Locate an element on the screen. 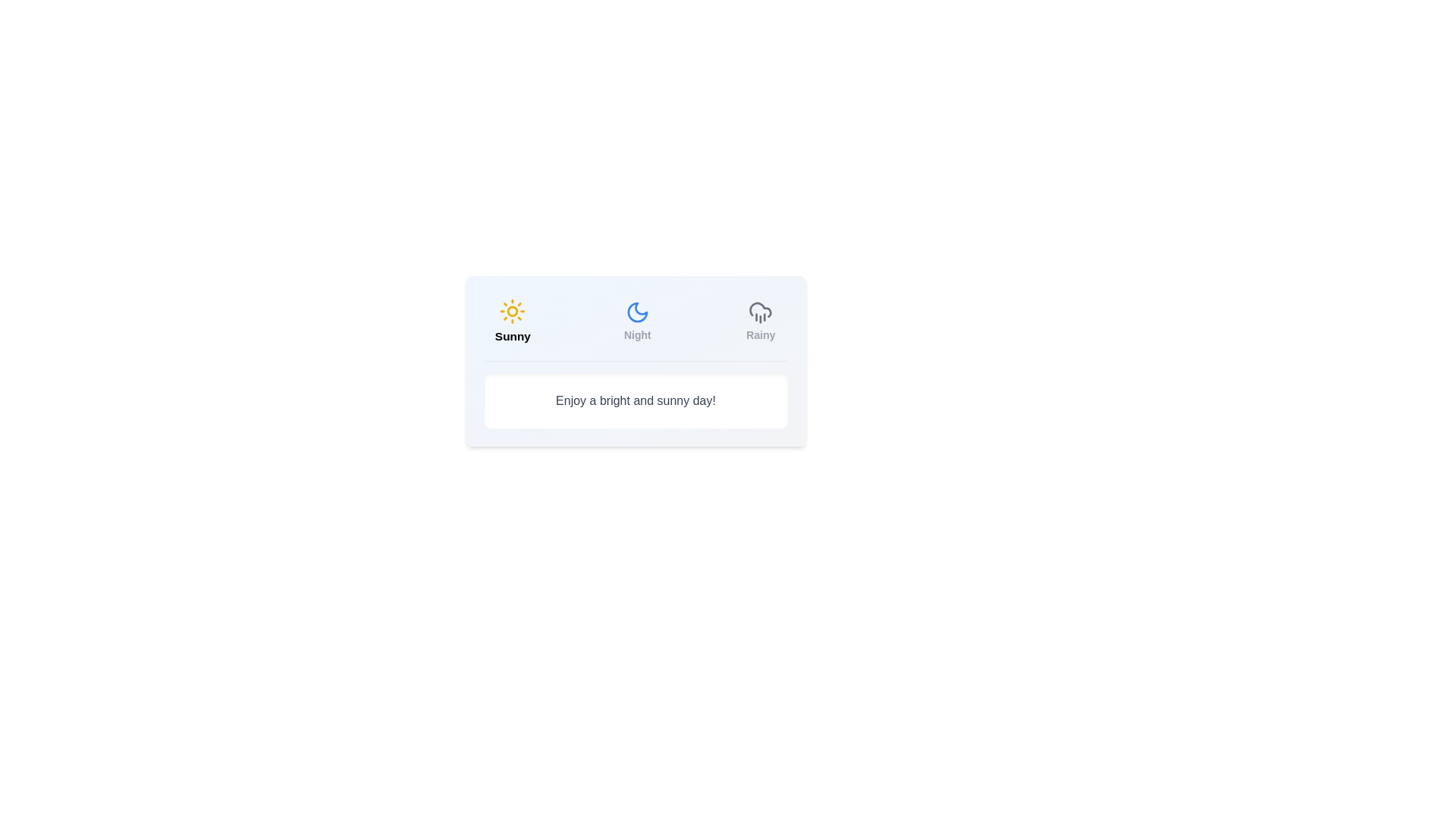  the tab labeled Rainy to observe its icon and label is located at coordinates (761, 321).